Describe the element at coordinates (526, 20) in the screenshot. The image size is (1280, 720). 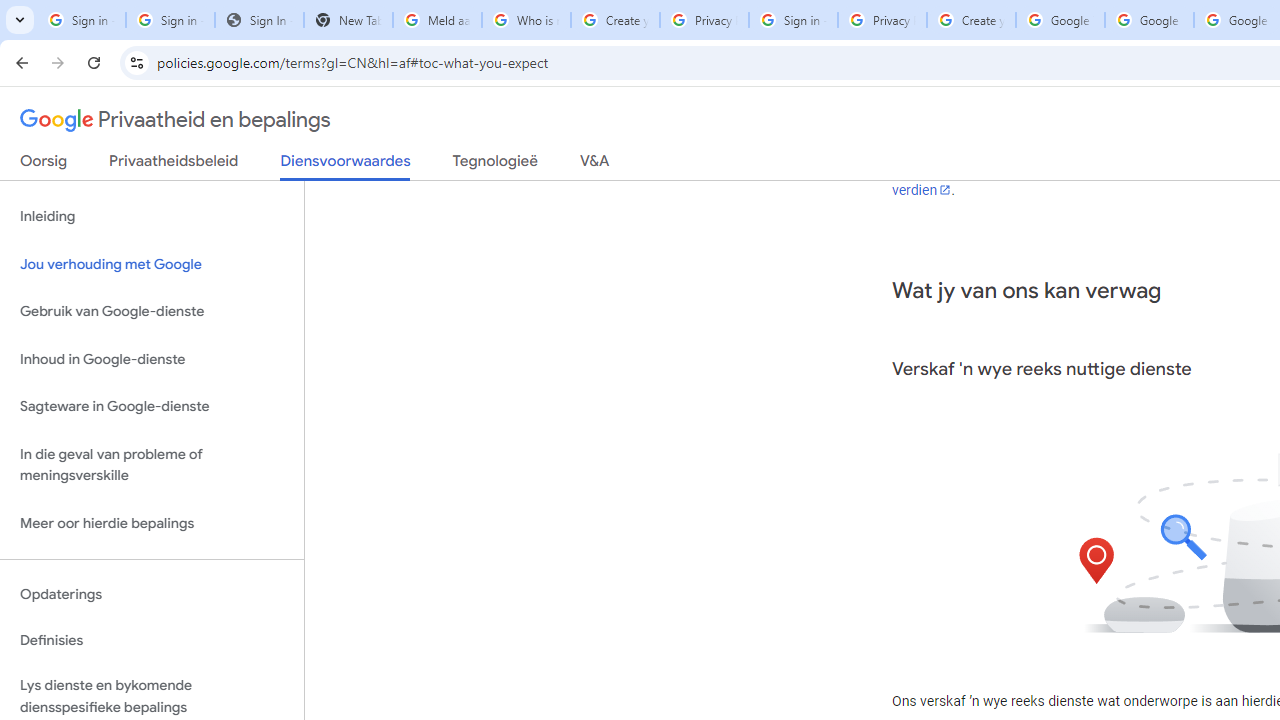
I see `'Who is my administrator? - Google Account Help'` at that location.